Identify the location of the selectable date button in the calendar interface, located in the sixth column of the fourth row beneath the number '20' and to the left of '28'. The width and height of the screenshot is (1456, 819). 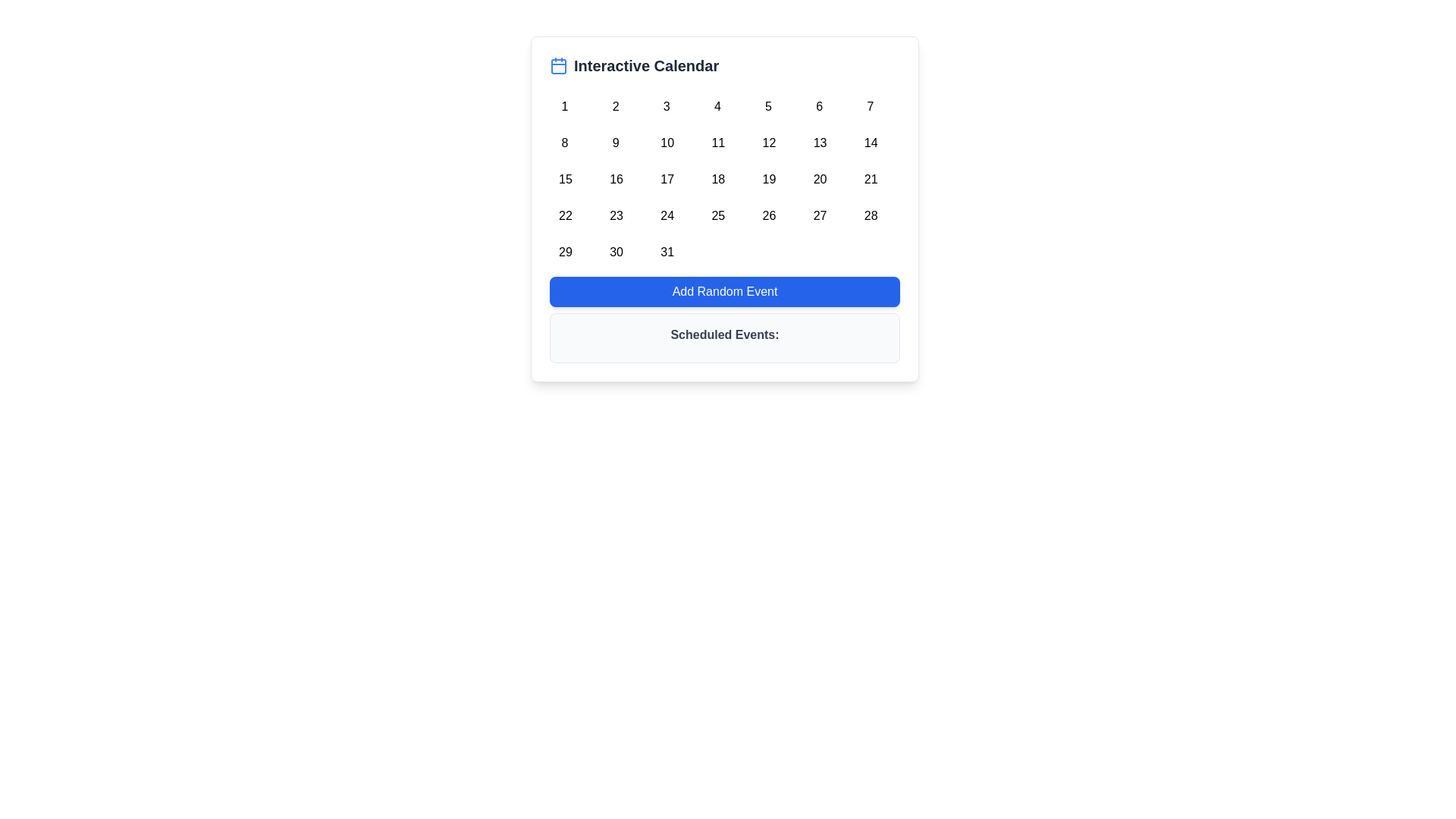
(818, 213).